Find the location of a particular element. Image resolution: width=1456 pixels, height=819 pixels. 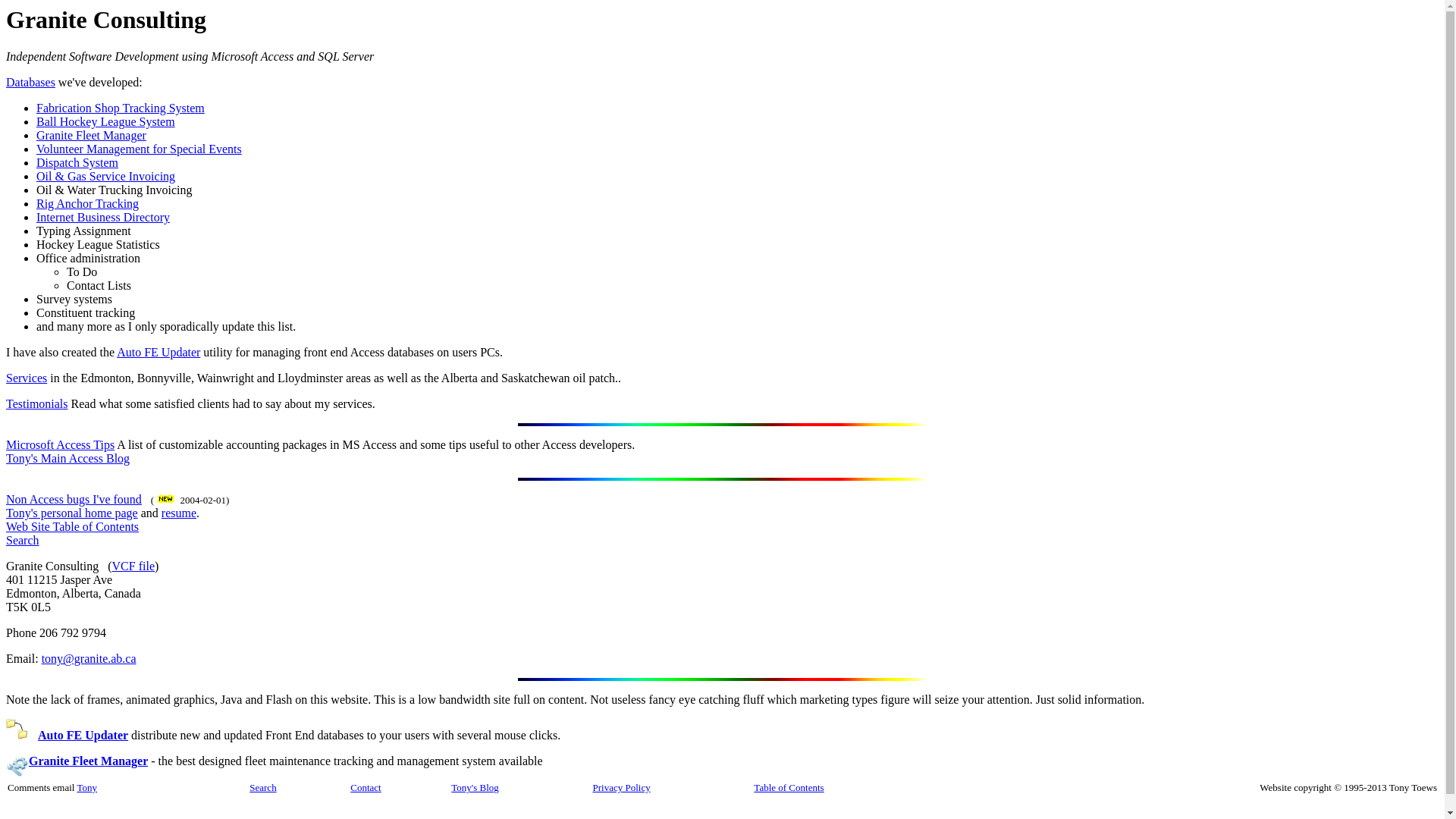

'Privacy Policy' is located at coordinates (622, 786).